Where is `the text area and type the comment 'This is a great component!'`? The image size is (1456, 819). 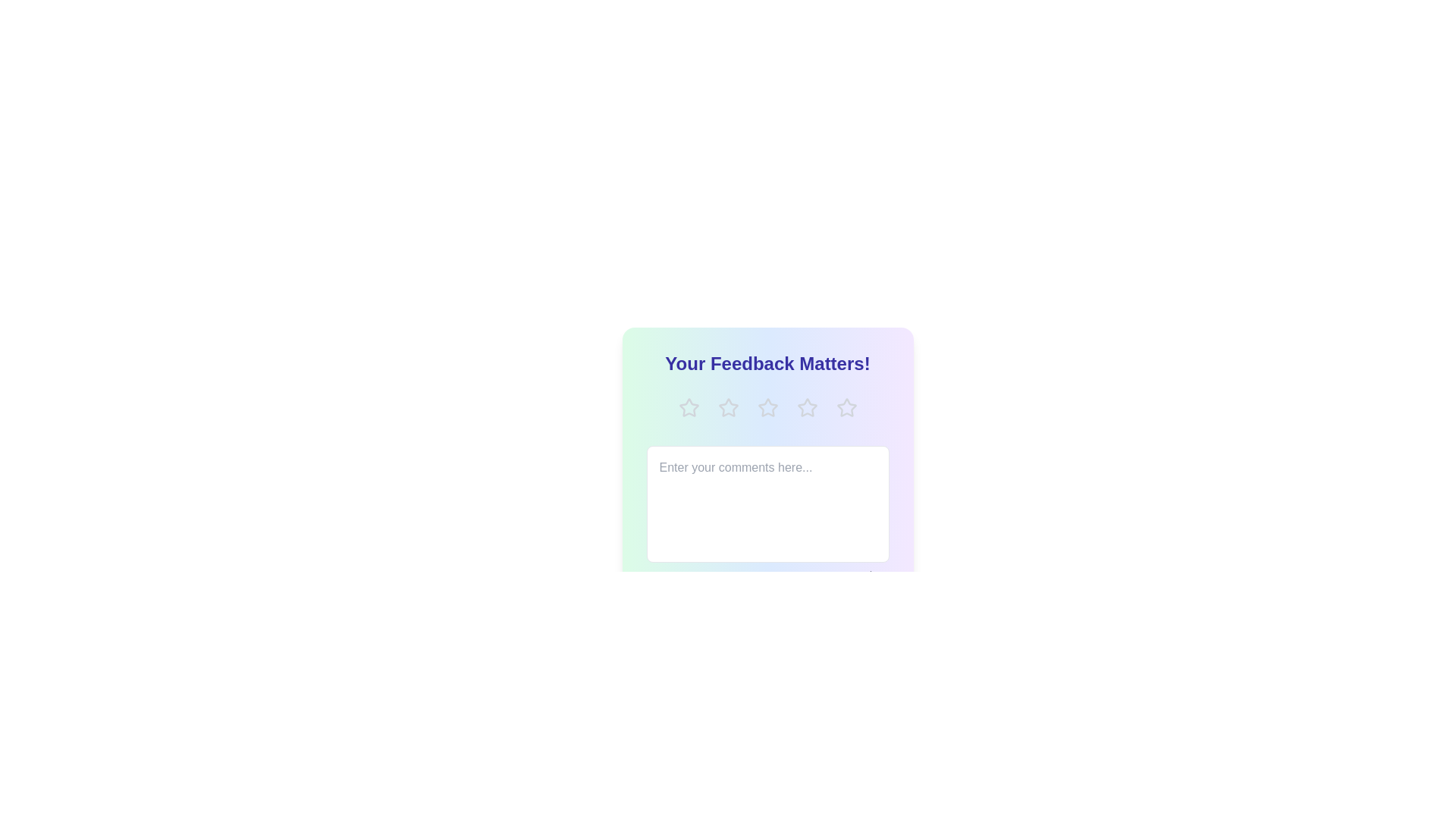
the text area and type the comment 'This is a great component!' is located at coordinates (767, 504).